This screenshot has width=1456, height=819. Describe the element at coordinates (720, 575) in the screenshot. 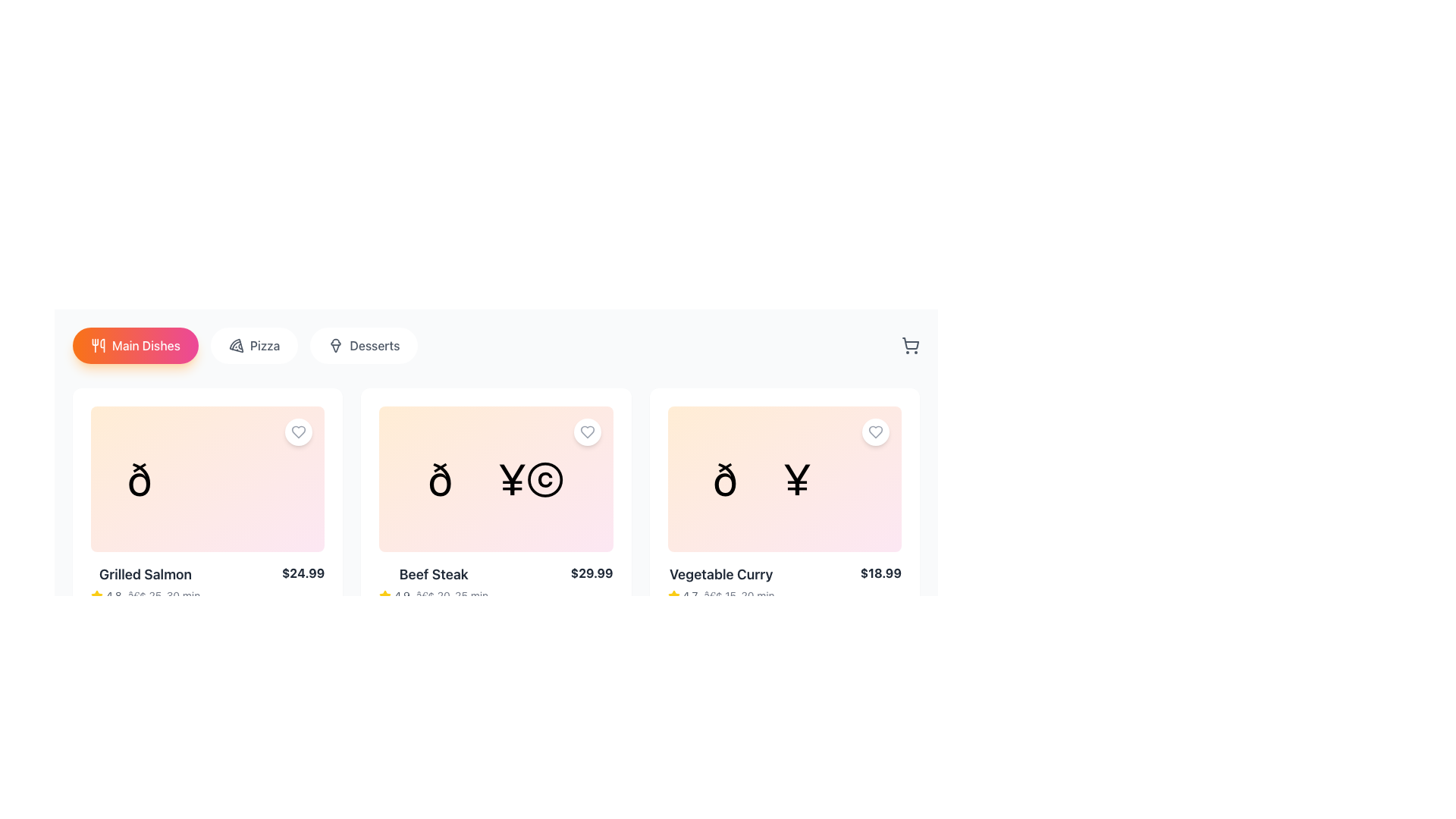

I see `the static text label that serves as the title of the item in the rightmost card, located below the icon graphics` at that location.